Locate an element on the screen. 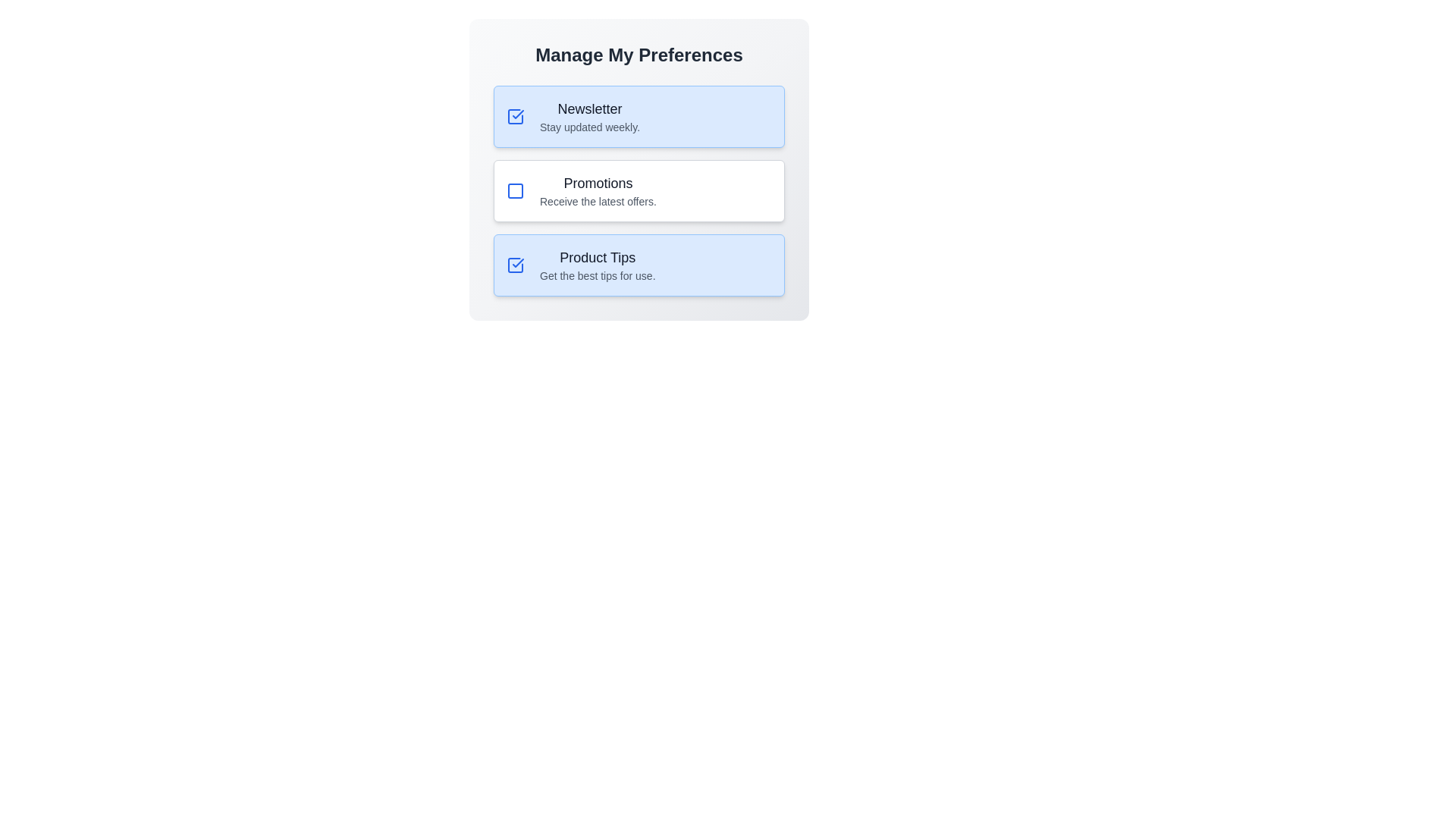 The image size is (1456, 819). the 'Newsletter' text label, which is displayed in a large dark gray font near the top-left of the first option in a vertical list of preferences is located at coordinates (588, 108).